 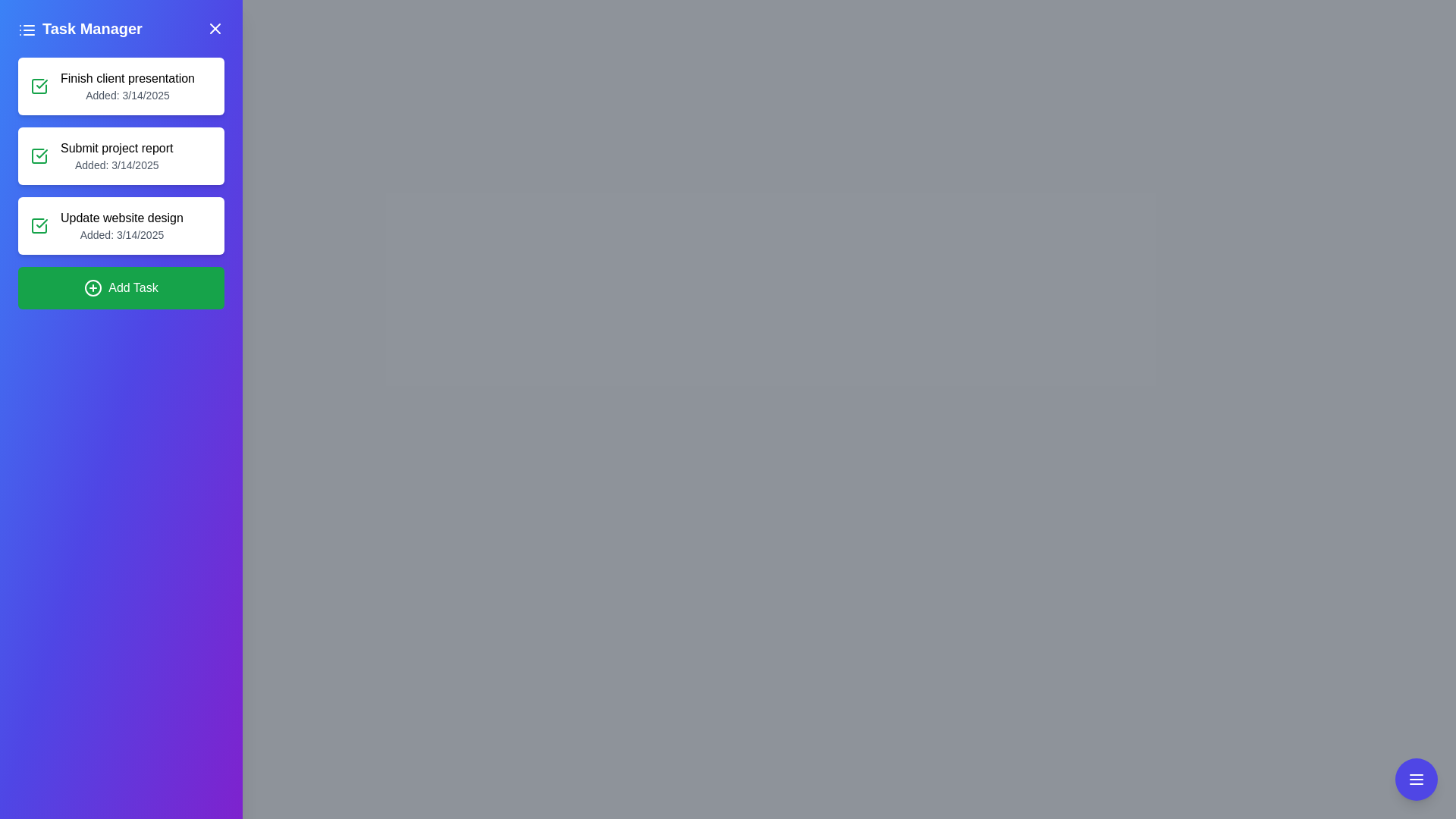 I want to click on the 'Add Task' button that contains a circular green icon with a white plus sign, so click(x=93, y=288).